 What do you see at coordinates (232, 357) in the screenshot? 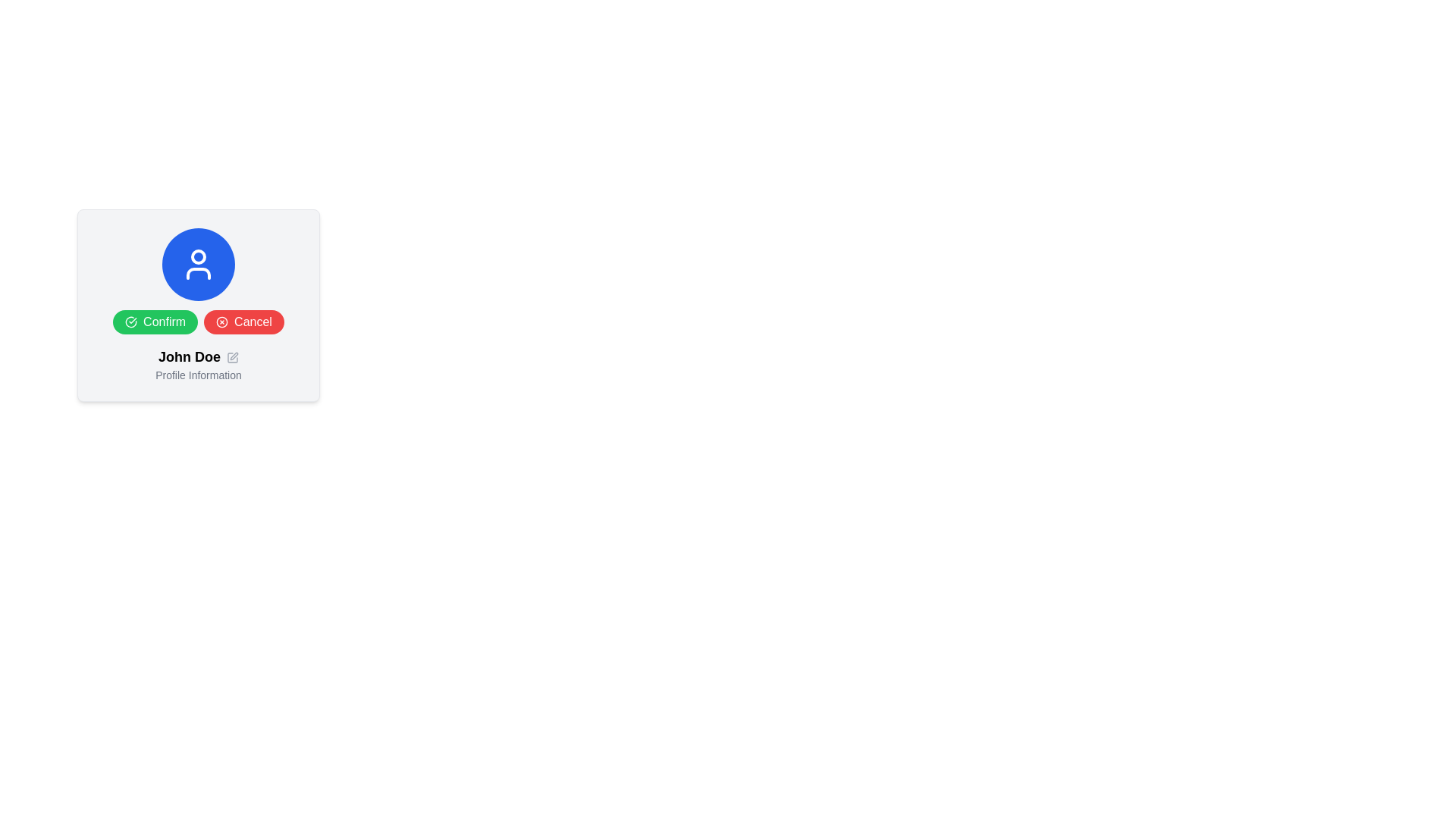
I see `the small edit icon button, which is a light gray square-outline with a pen sketch, located immediately to the right of the text 'John Doe'` at bounding box center [232, 357].